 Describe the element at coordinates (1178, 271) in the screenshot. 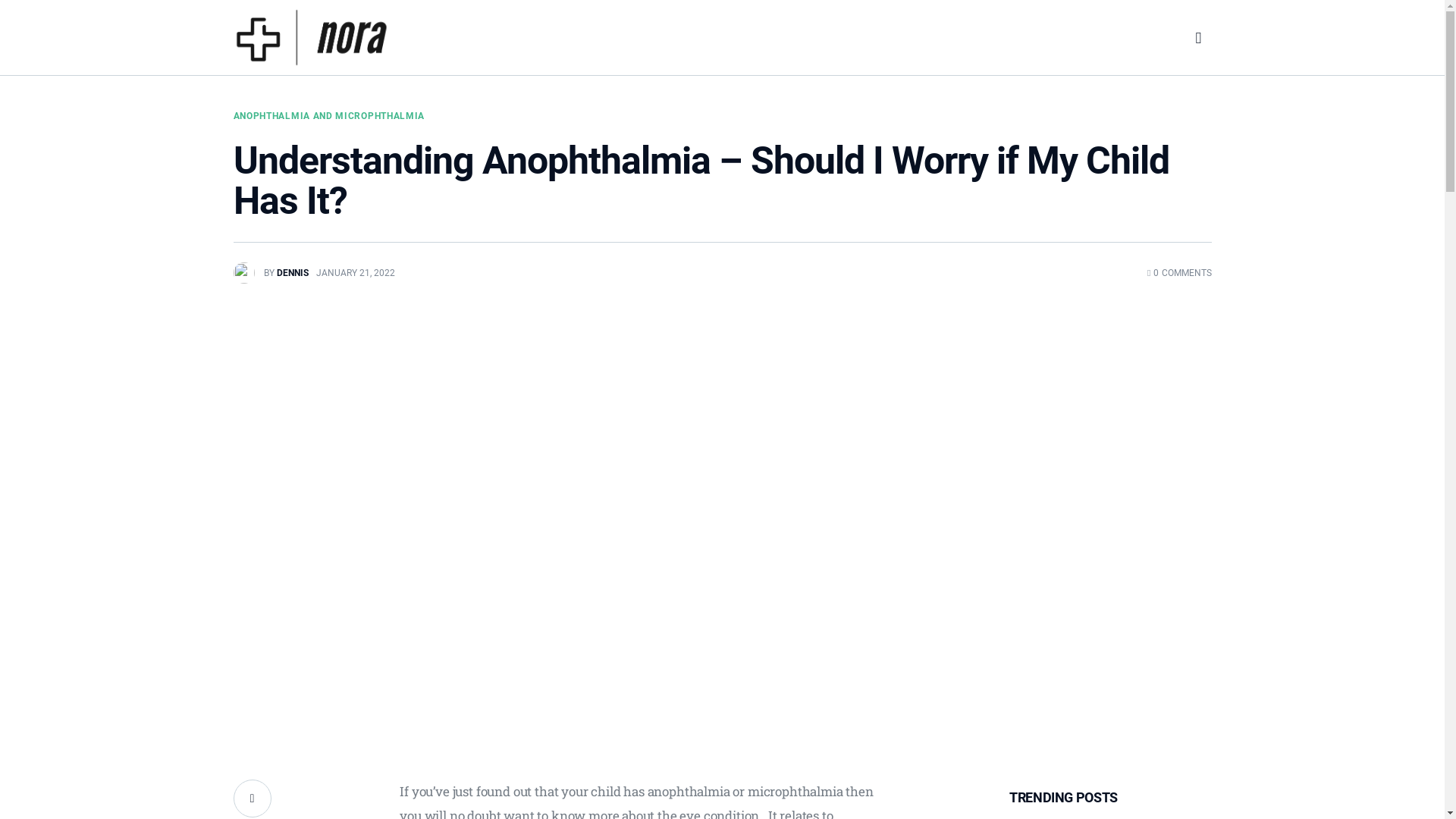

I see `'0COMMENTS'` at that location.